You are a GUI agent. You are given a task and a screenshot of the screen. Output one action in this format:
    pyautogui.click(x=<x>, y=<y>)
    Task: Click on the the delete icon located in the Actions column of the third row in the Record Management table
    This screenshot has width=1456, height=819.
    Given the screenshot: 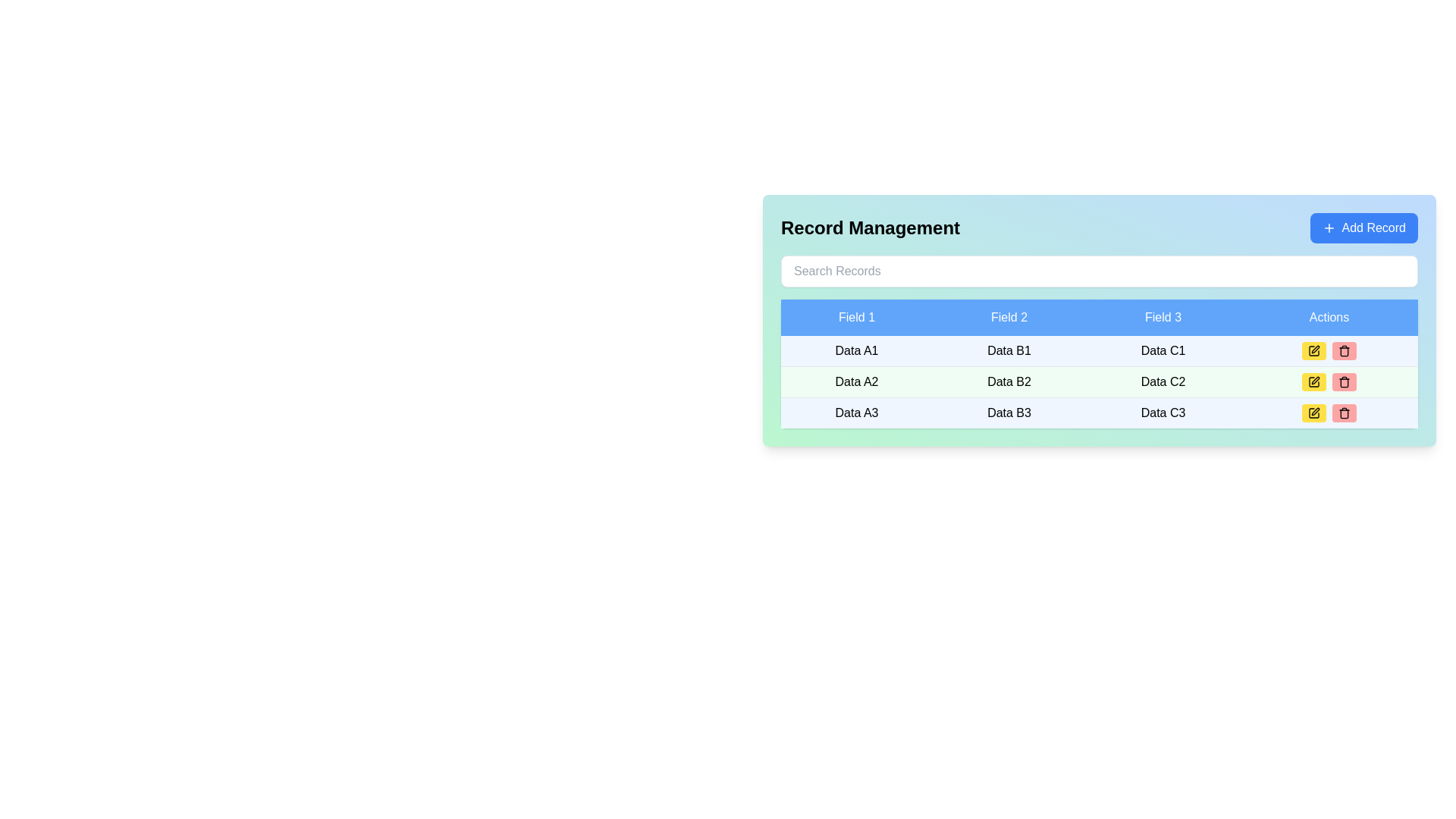 What is the action you would take?
    pyautogui.click(x=1344, y=414)
    